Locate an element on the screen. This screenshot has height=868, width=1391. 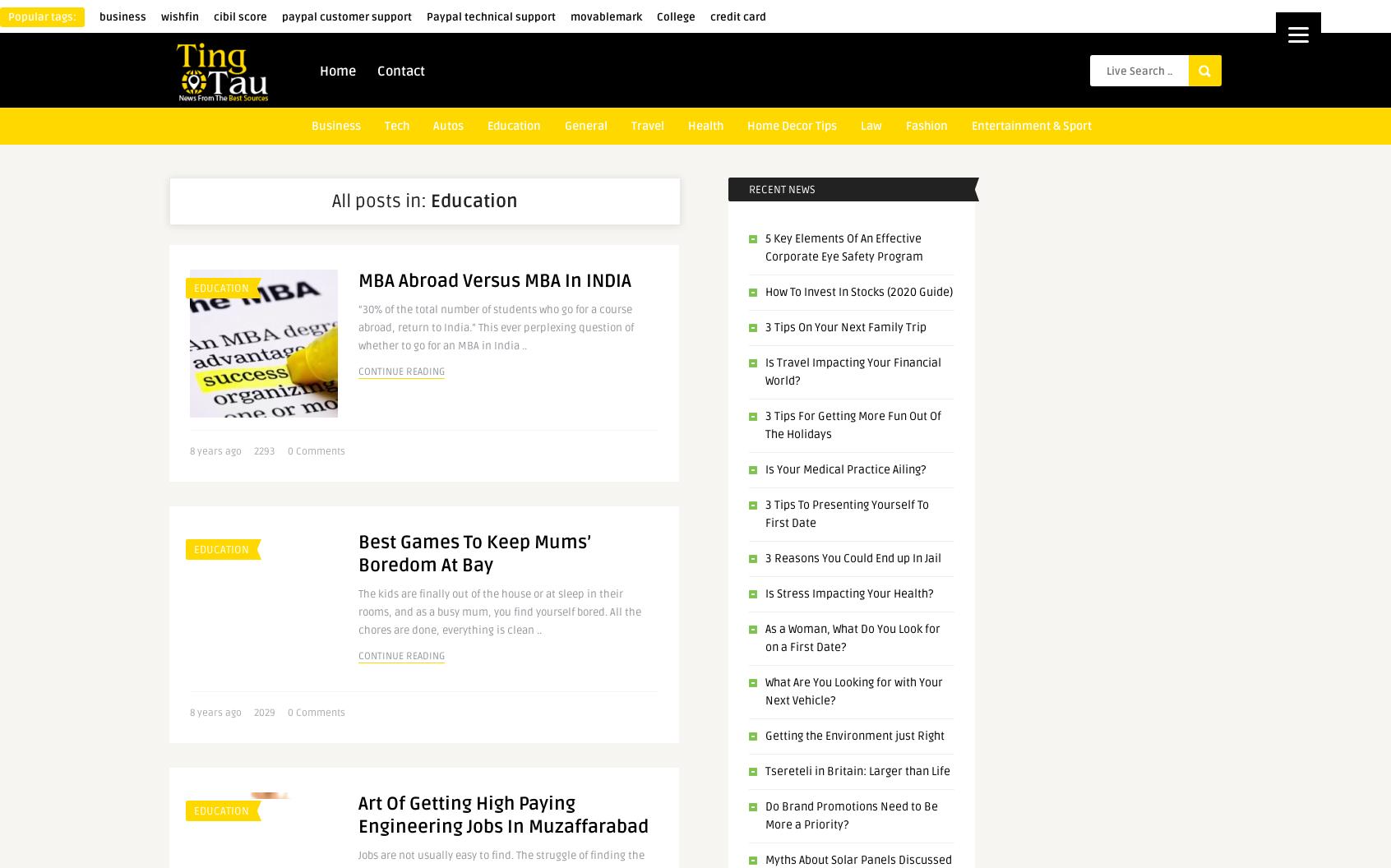
'How To Invest In Stocks (2020 Guide)' is located at coordinates (857, 291).